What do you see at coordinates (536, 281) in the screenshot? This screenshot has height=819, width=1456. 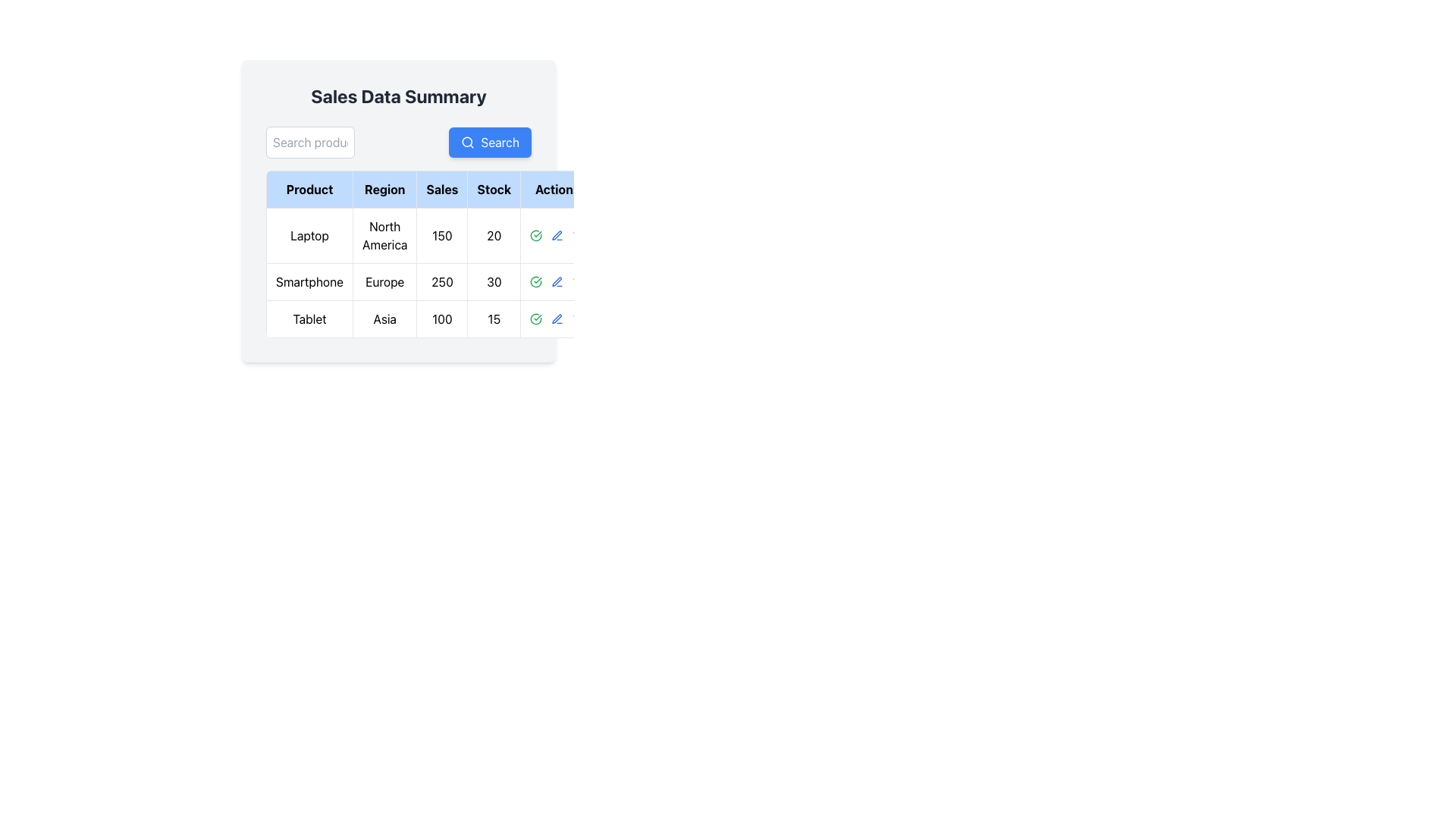 I see `the green check mark icon in the Actions column of the second row for the Smartphone product` at bounding box center [536, 281].